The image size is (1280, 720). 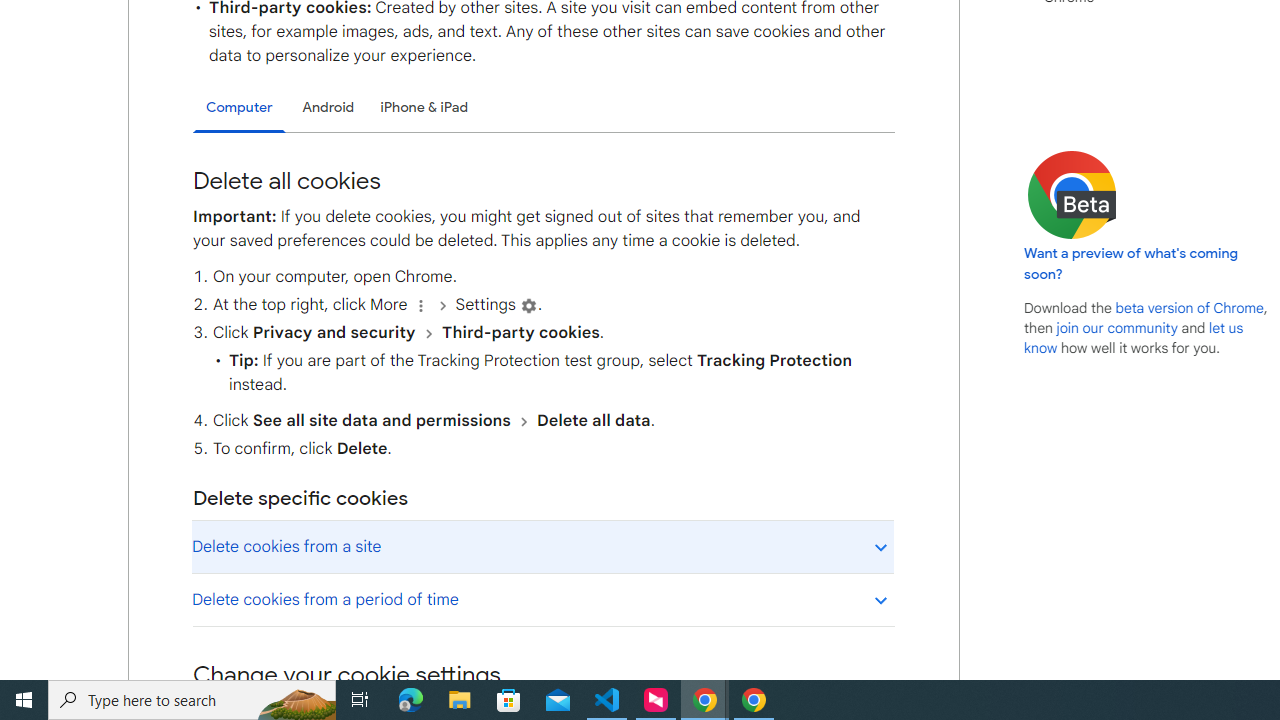 What do you see at coordinates (423, 107) in the screenshot?
I see `'iPhone & iPad'` at bounding box center [423, 107].